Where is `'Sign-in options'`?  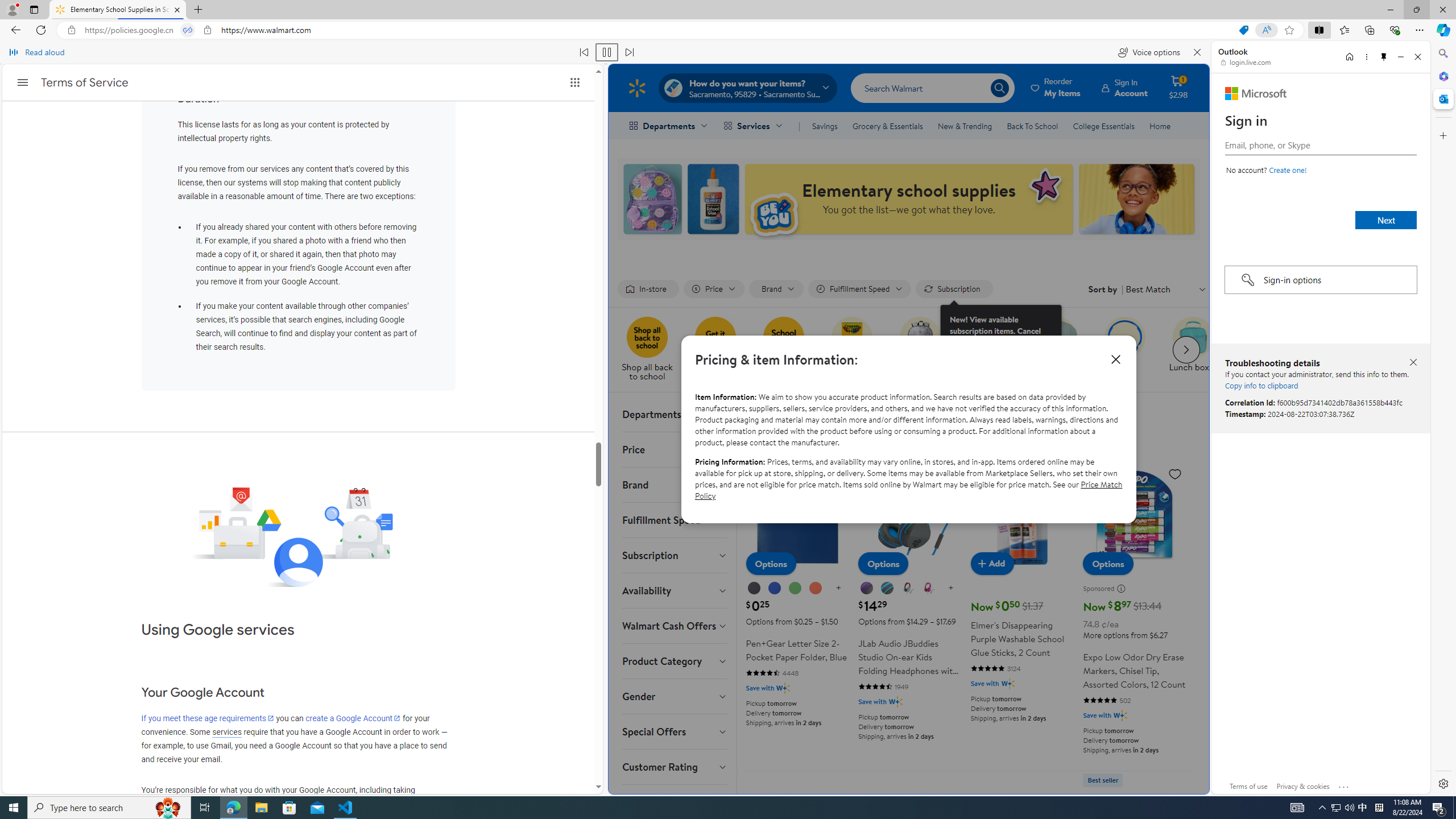 'Sign-in options' is located at coordinates (1319, 279).